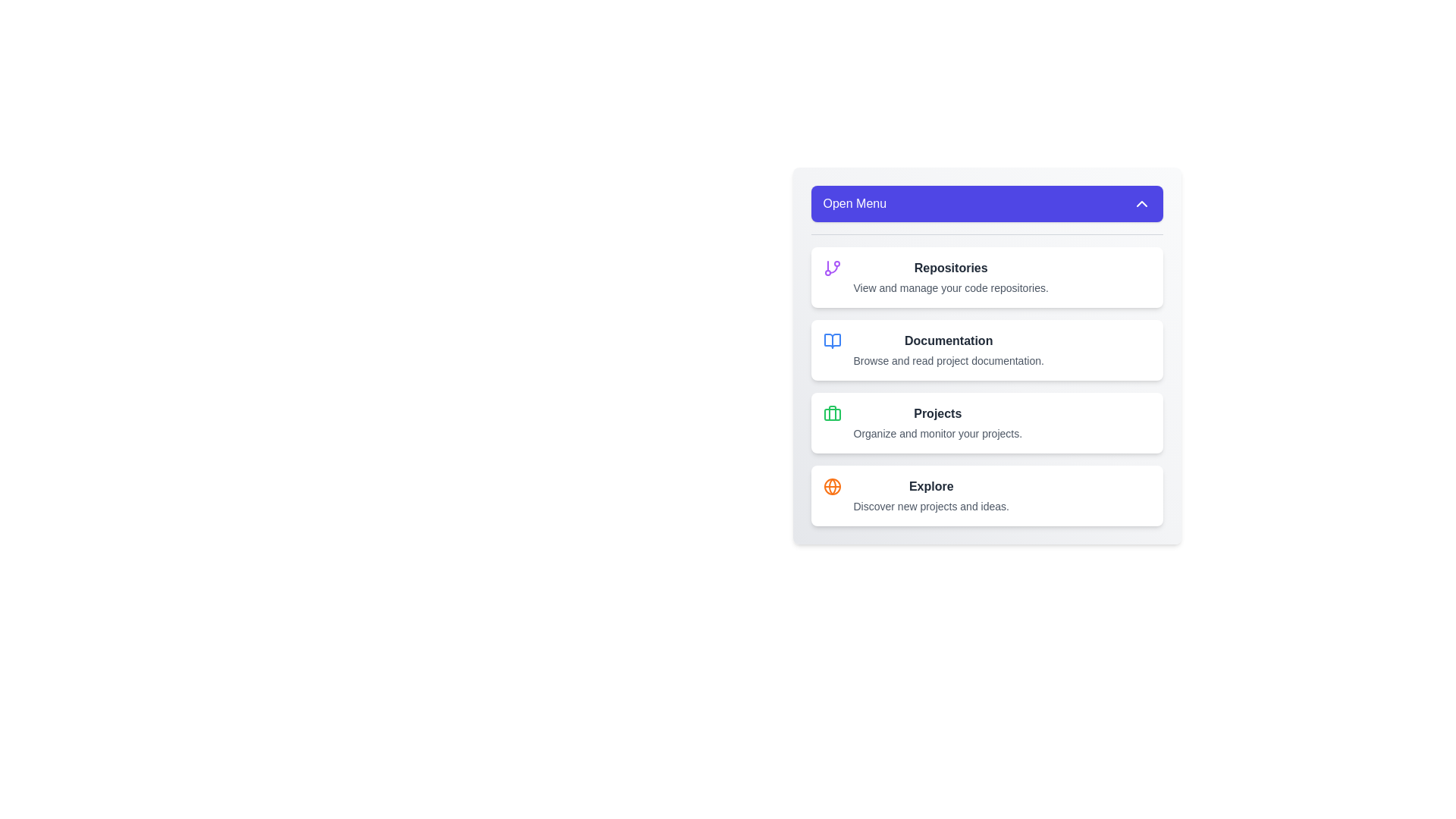 The image size is (1456, 819). I want to click on the title text element located in the bottommost box of the menu section, which precedes the descriptive text 'Discover new projects and ideas.', so click(930, 486).